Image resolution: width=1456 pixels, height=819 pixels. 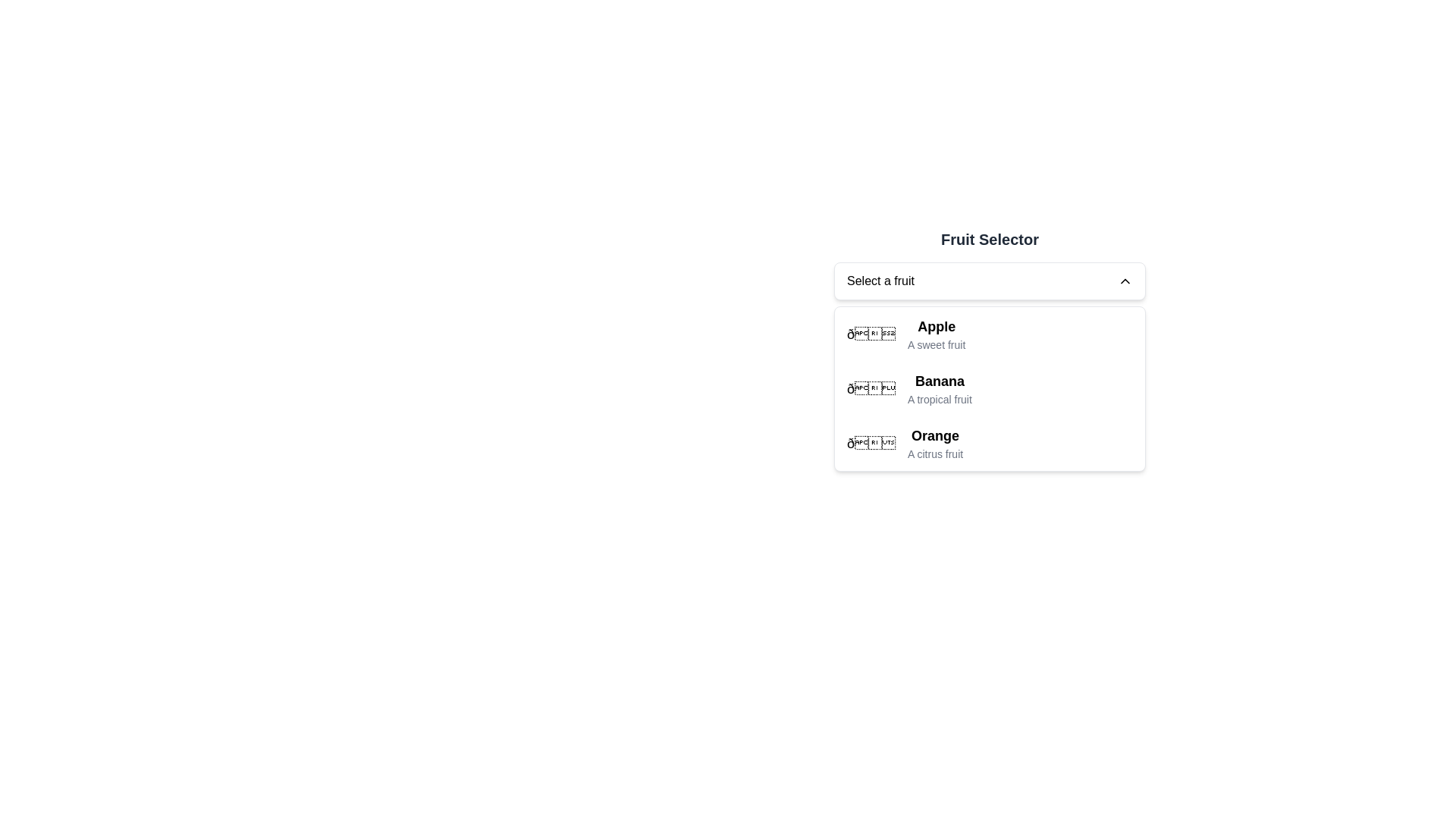 What do you see at coordinates (990, 333) in the screenshot?
I see `the first item 'Apple' in the dropdown menu` at bounding box center [990, 333].